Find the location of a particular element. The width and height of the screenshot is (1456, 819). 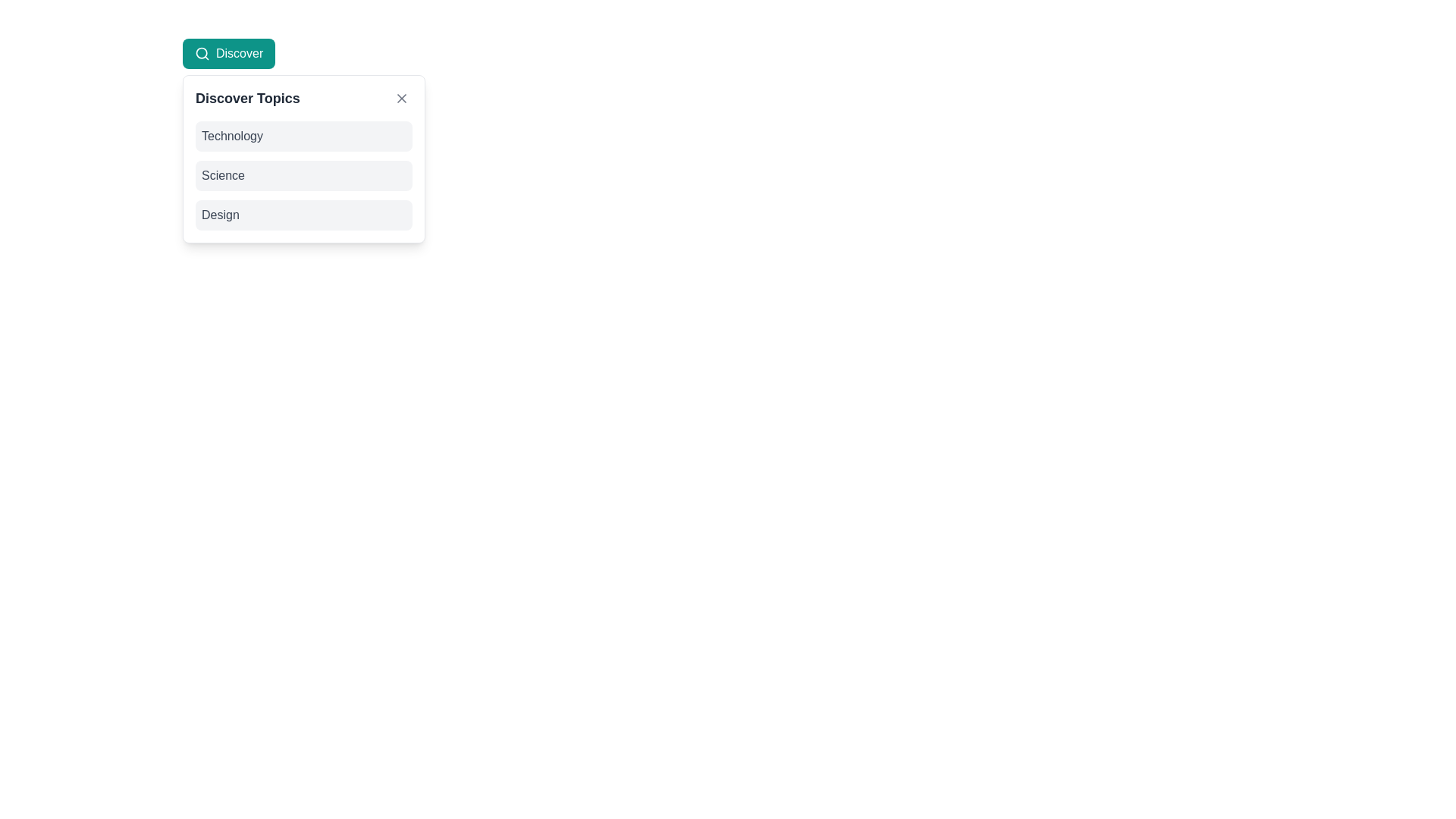

the bold heading text 'Discover Topics', which is styled with a large font size and dark gray color, located on the left side of the group above a list of topic options is located at coordinates (247, 99).